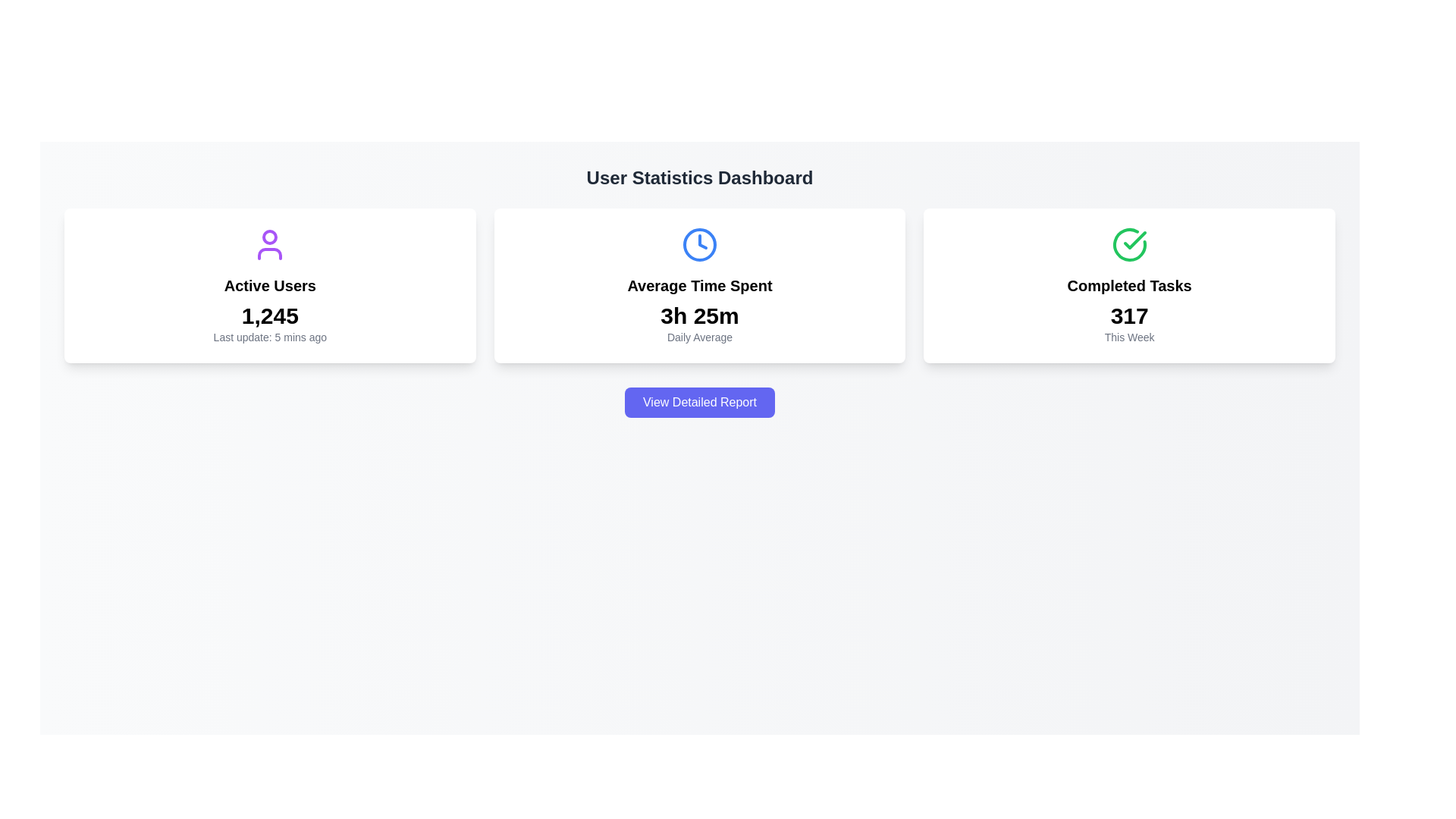 The image size is (1456, 819). I want to click on the green checkmark icon enclosed within a circle located at the top-center of the 'Completed Tasks' section, so click(1129, 244).